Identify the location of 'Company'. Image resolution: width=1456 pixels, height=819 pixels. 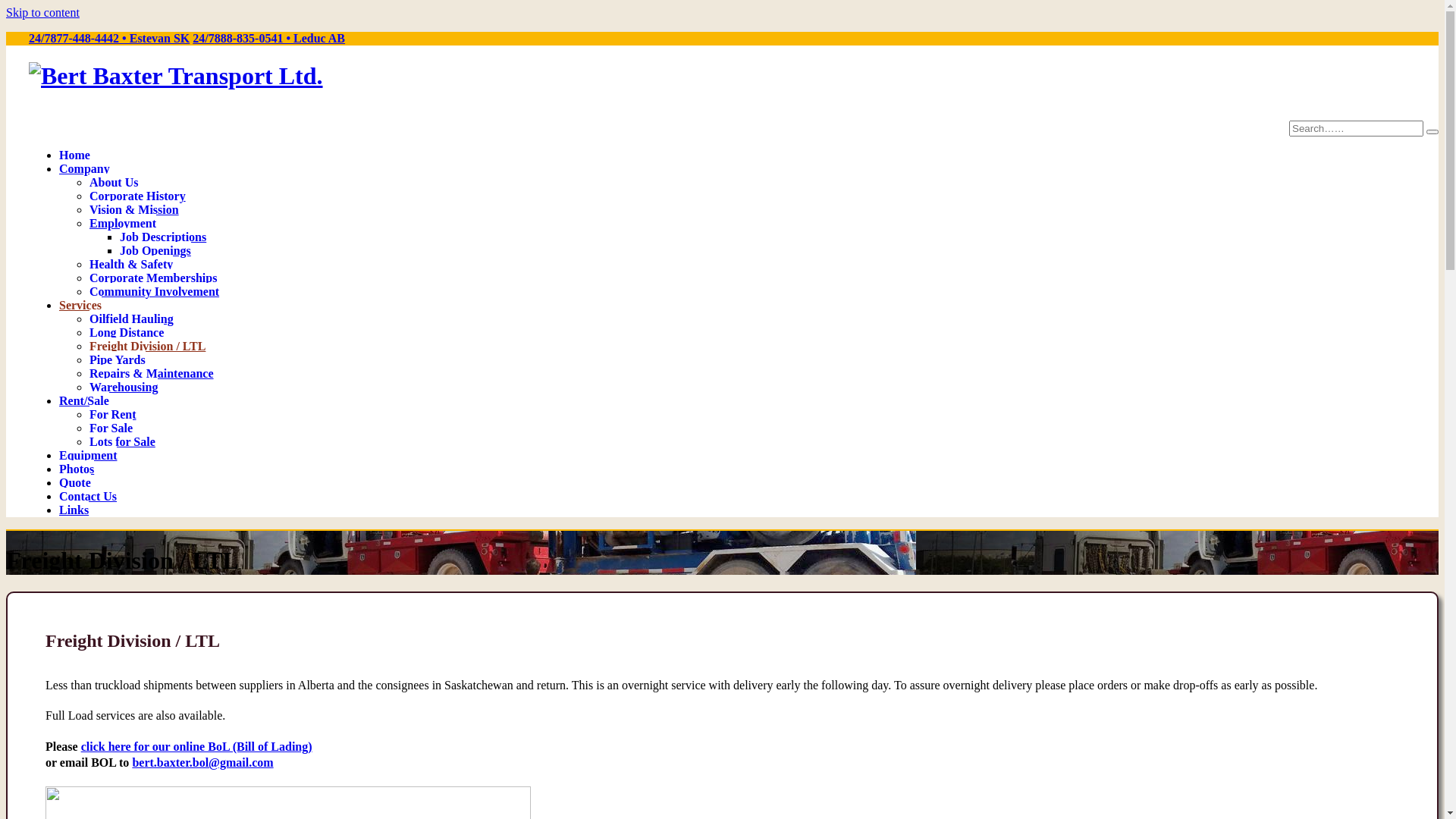
(58, 167).